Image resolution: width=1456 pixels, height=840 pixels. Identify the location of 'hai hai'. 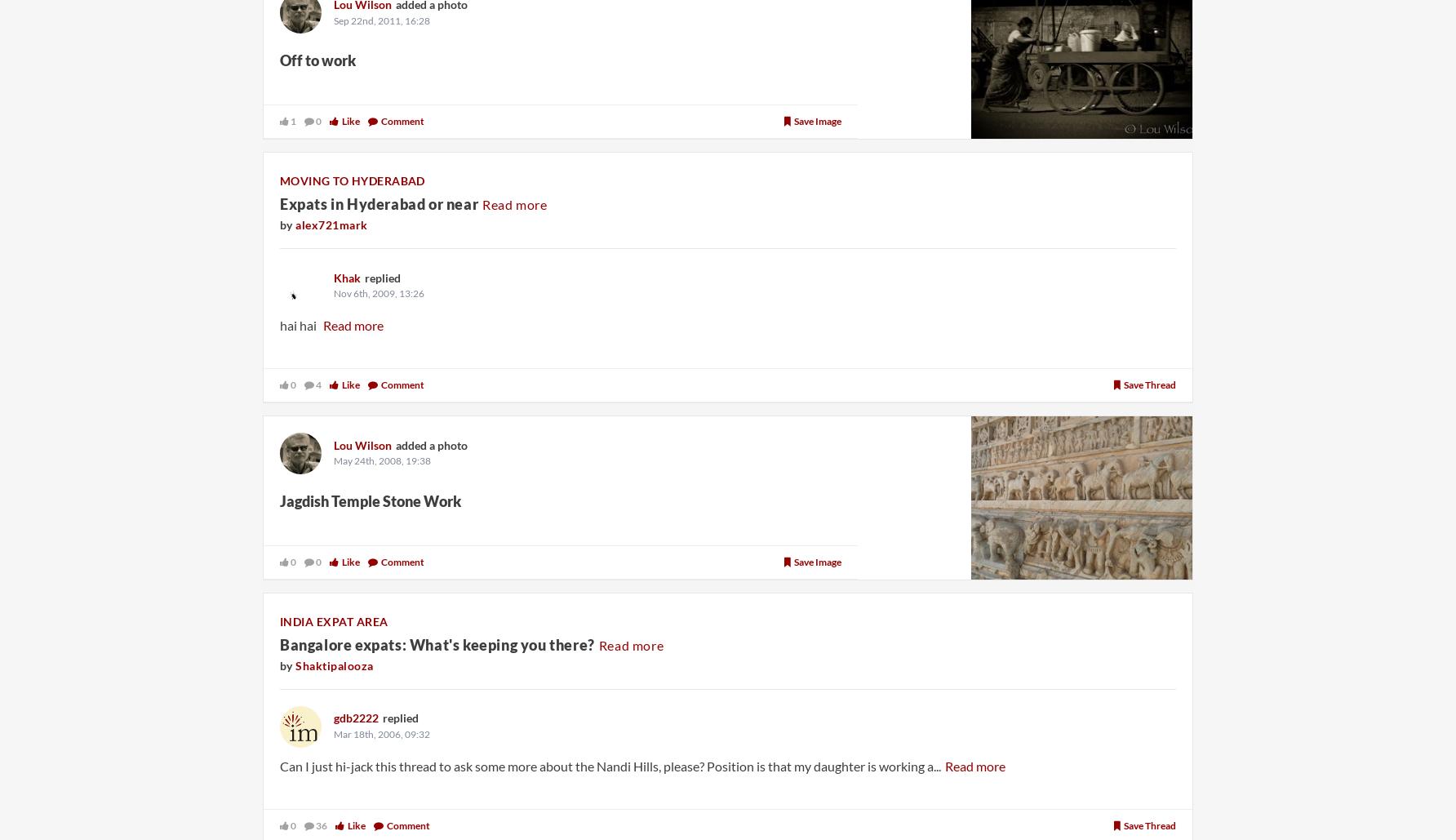
(298, 323).